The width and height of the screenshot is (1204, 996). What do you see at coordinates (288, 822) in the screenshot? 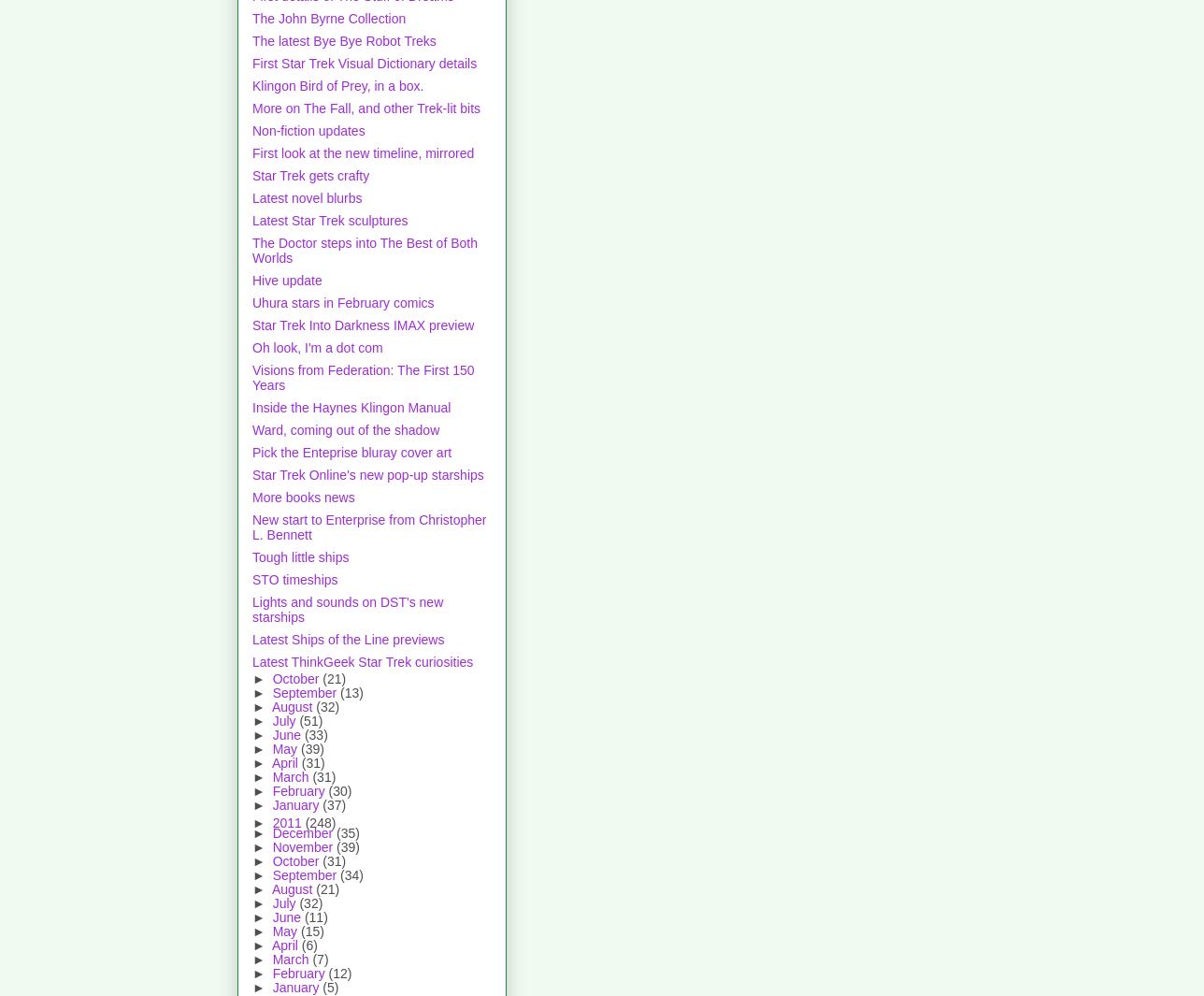
I see `'2011'` at bounding box center [288, 822].